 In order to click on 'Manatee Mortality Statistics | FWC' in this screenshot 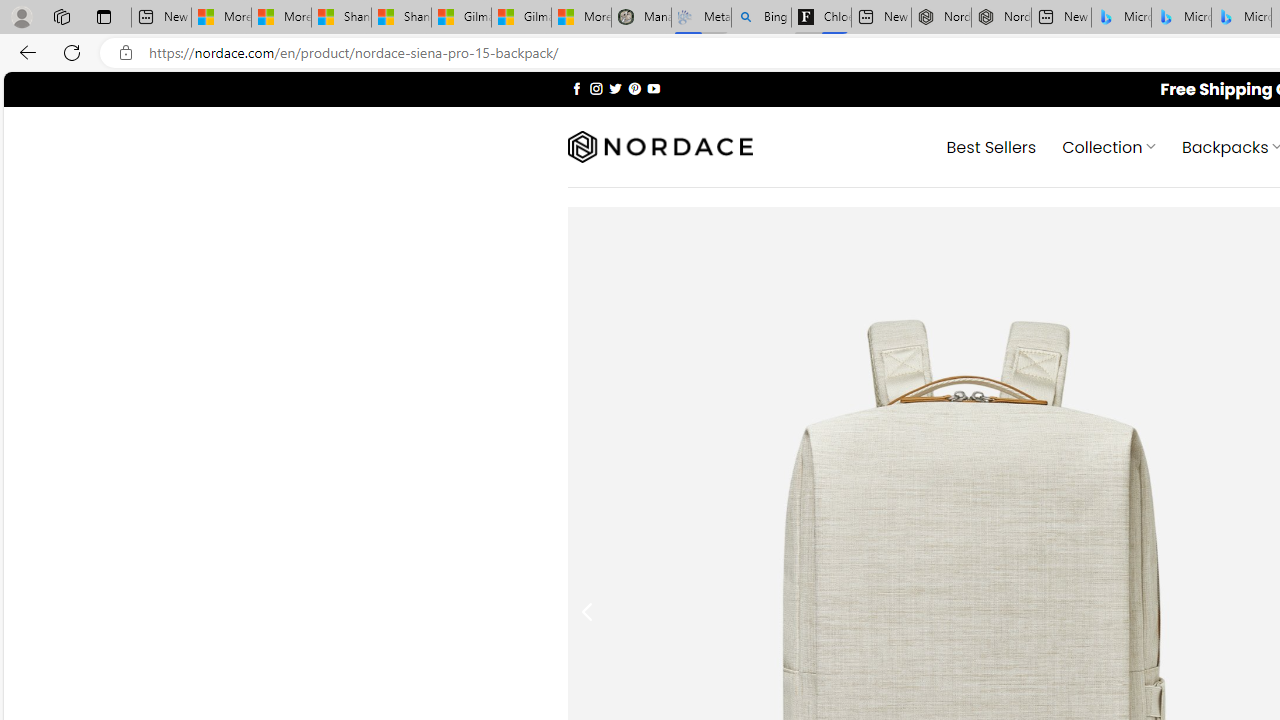, I will do `click(641, 17)`.